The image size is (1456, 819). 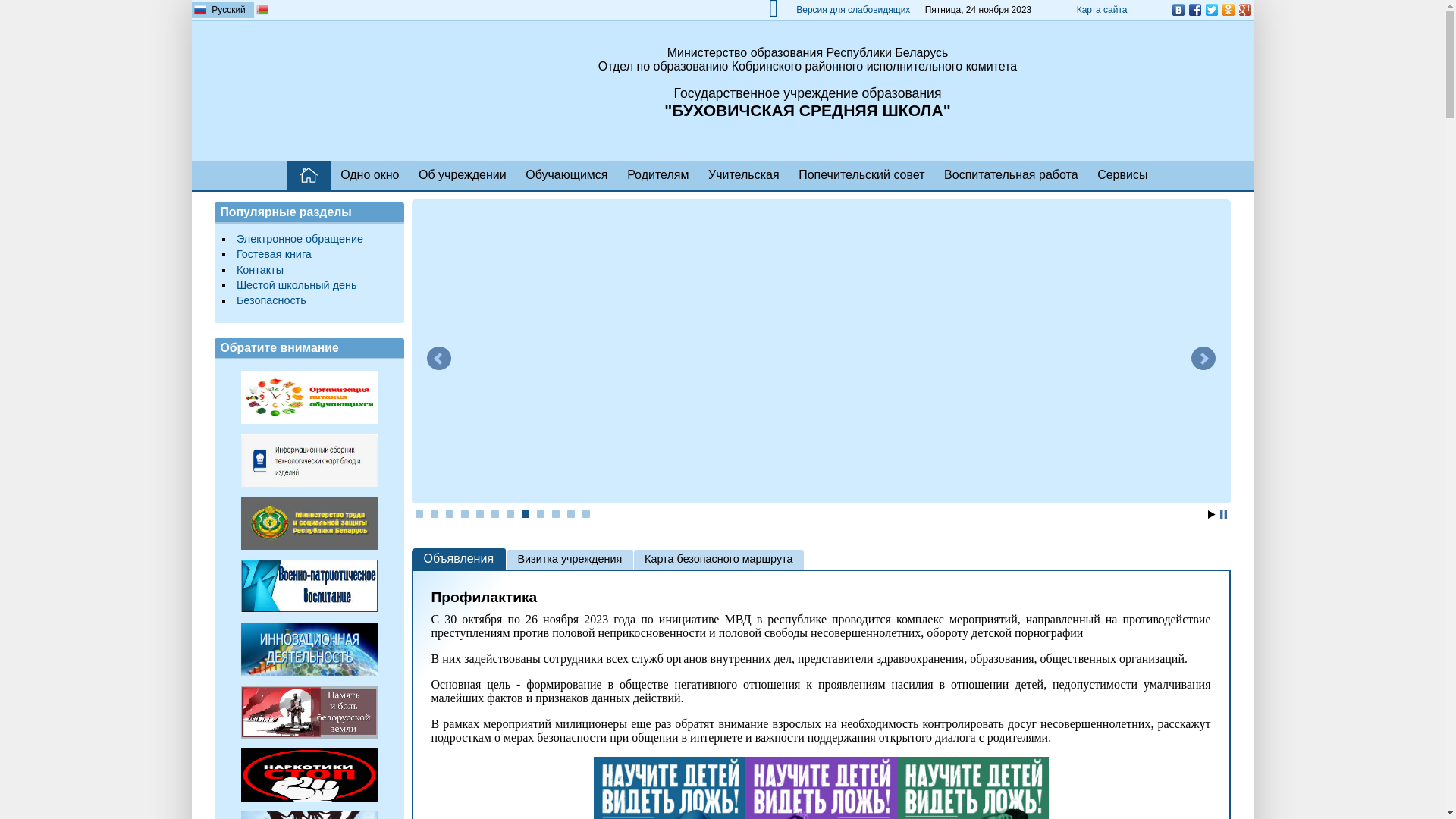 I want to click on '11', so click(x=570, y=513).